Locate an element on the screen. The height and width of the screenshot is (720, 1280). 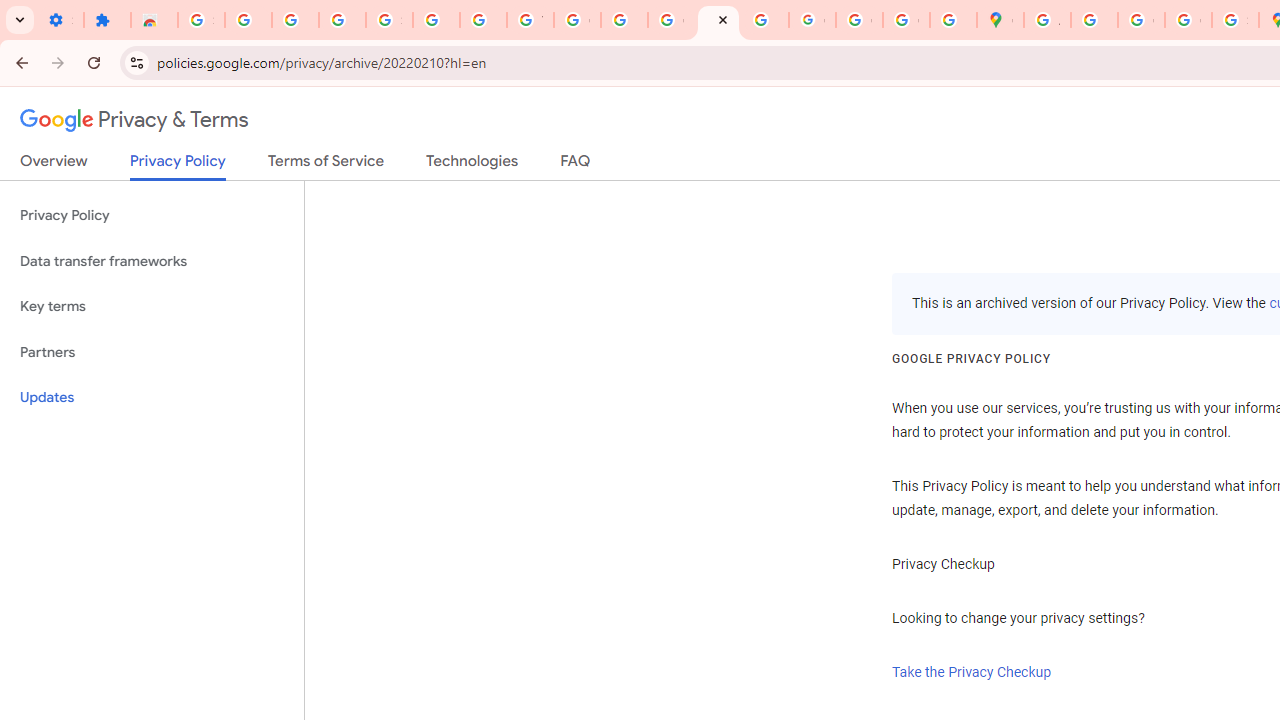
'Extensions' is located at coordinates (106, 20).